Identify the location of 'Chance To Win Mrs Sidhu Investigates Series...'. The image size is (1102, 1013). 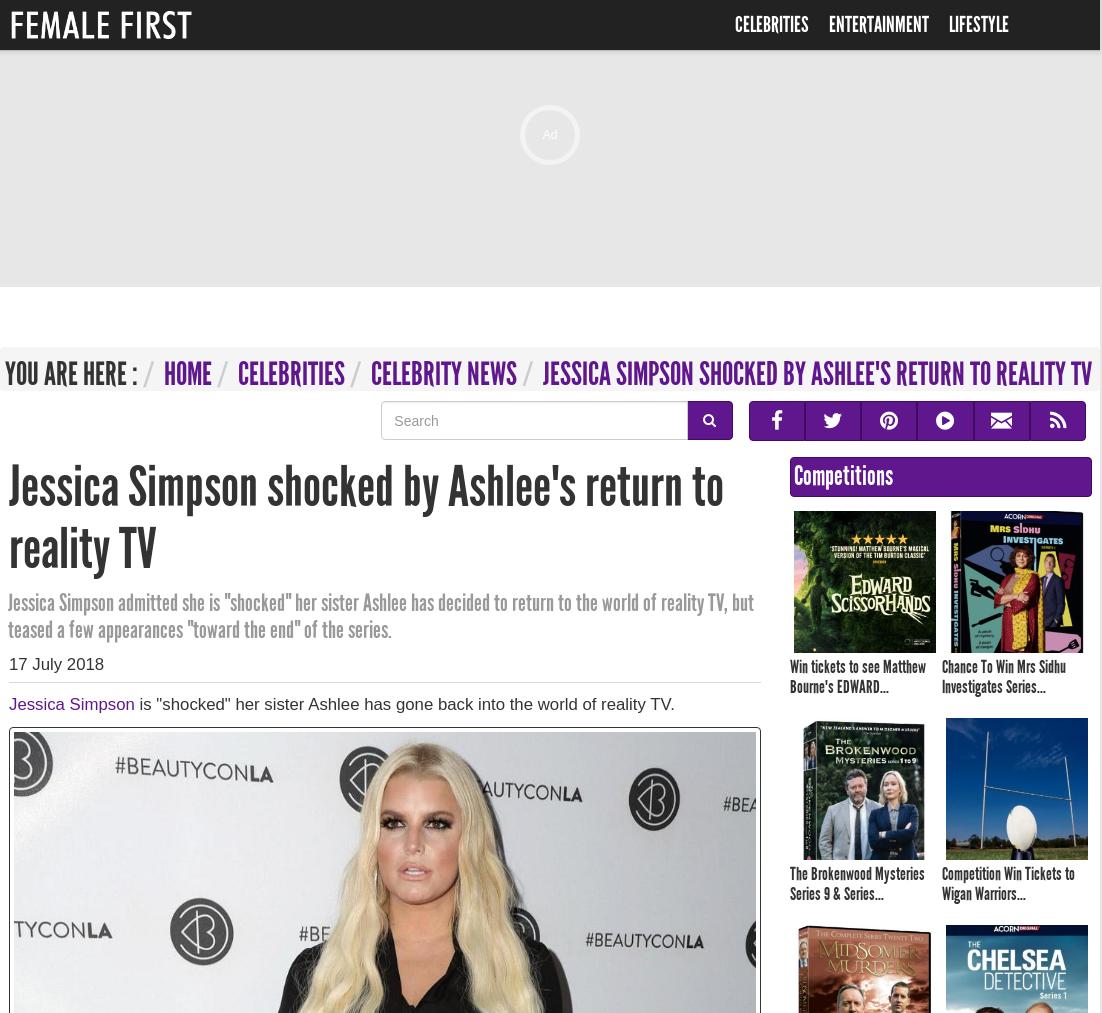
(1003, 675).